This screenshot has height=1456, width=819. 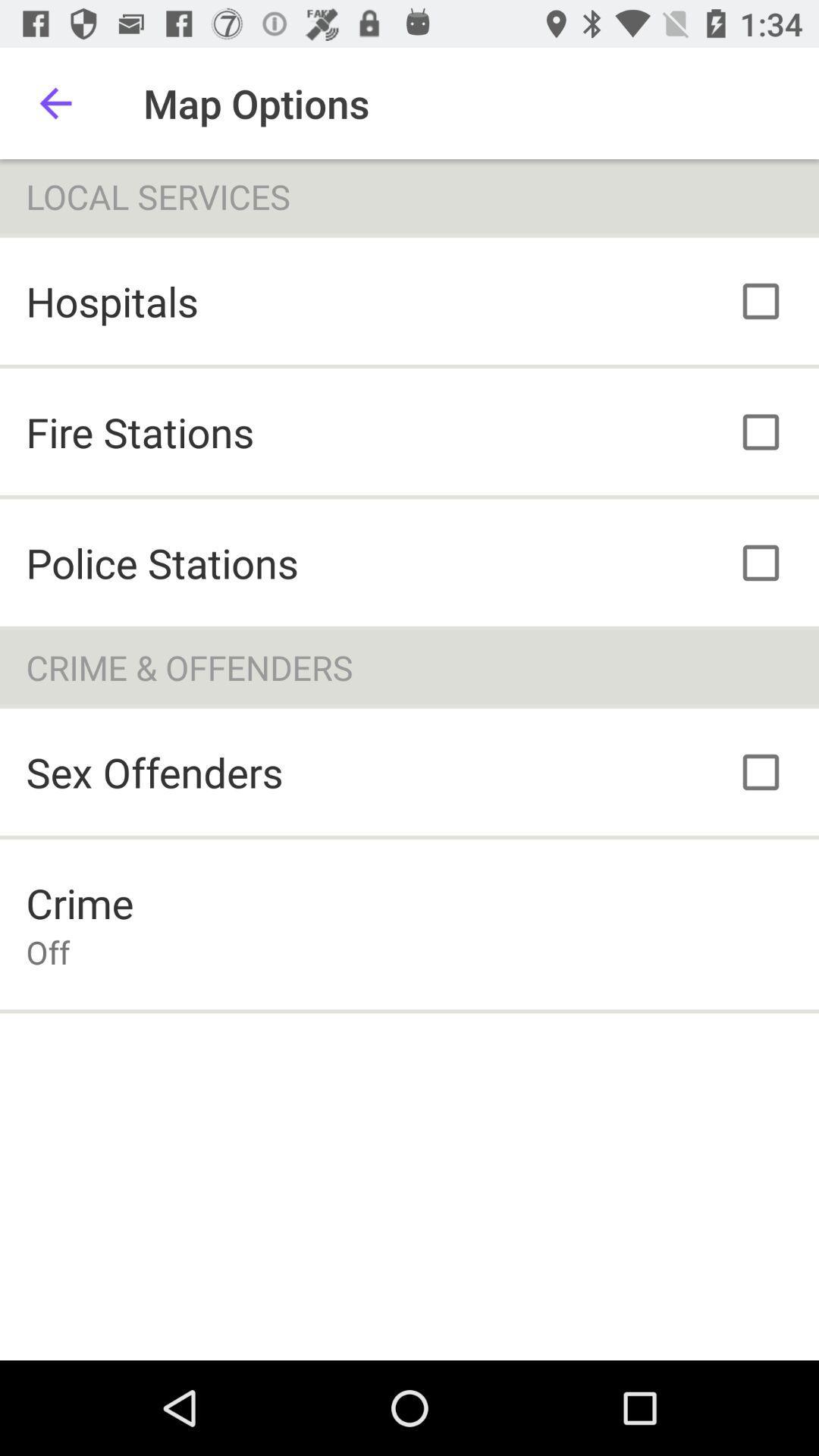 I want to click on the crime & offenders at the center, so click(x=409, y=667).